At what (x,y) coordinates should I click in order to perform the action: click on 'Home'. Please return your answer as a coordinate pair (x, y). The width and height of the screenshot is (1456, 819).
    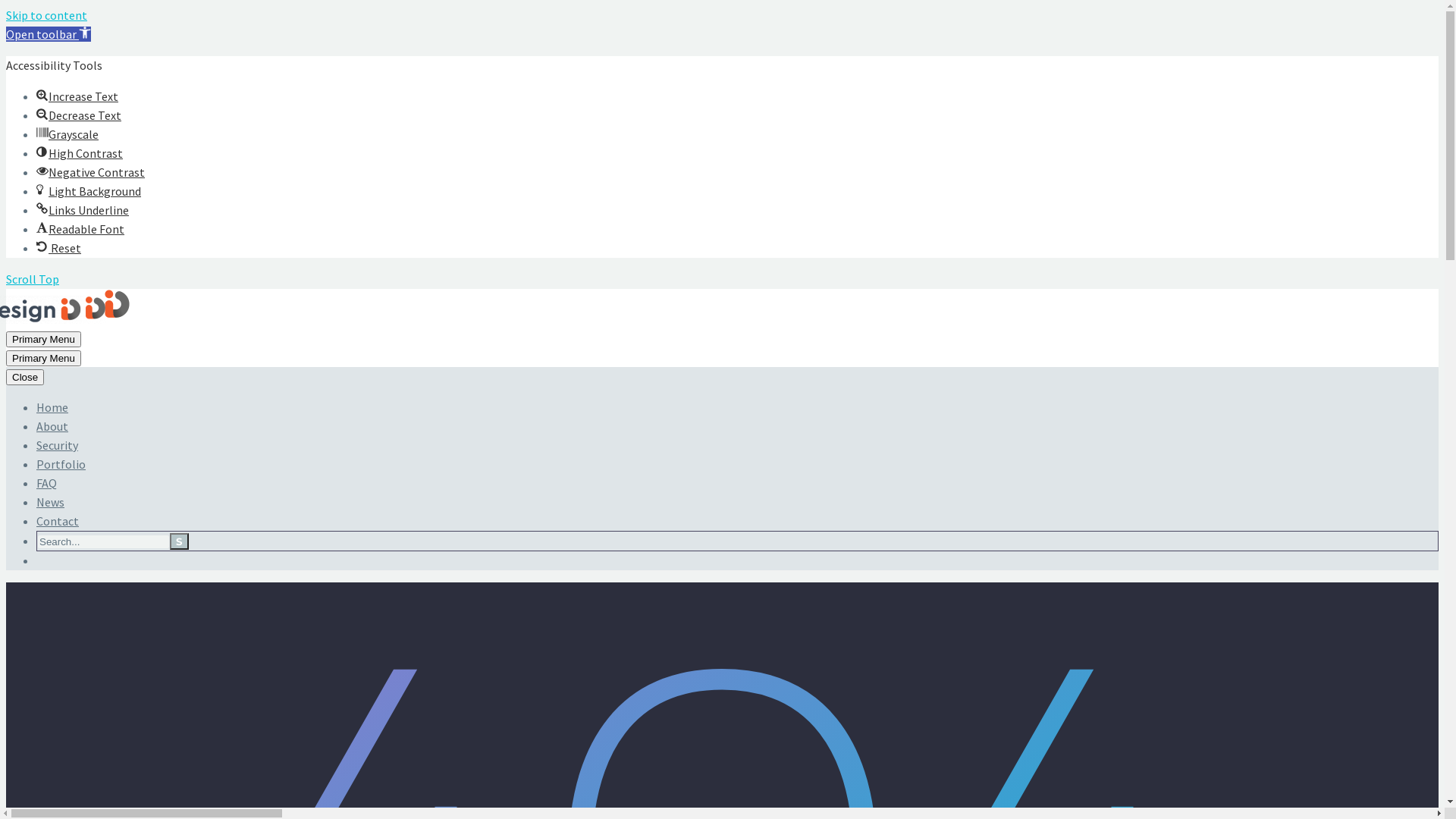
    Looking at the image, I should click on (36, 406).